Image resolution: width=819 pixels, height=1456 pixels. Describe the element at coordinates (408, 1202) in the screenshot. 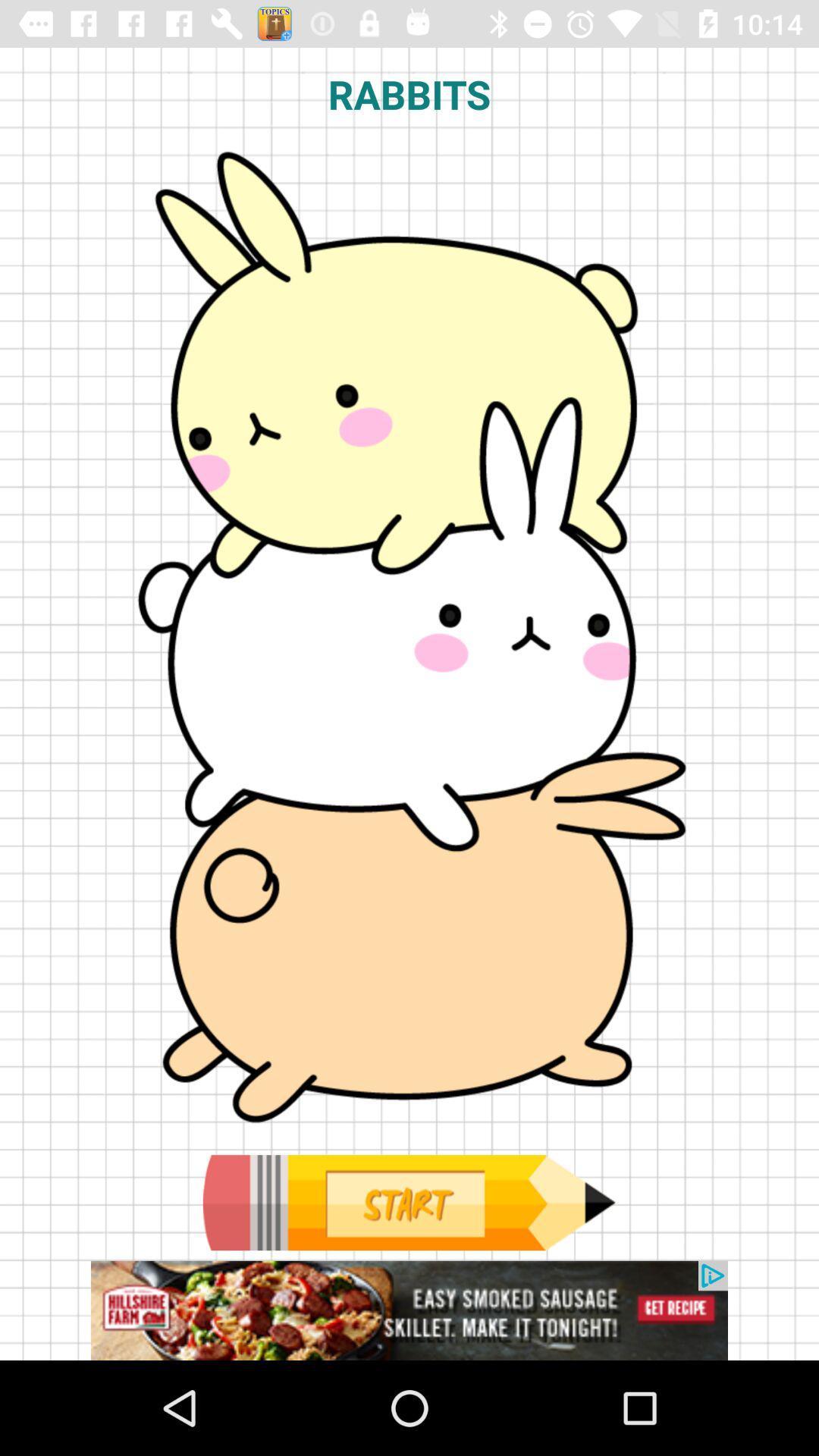

I see `begin to start` at that location.